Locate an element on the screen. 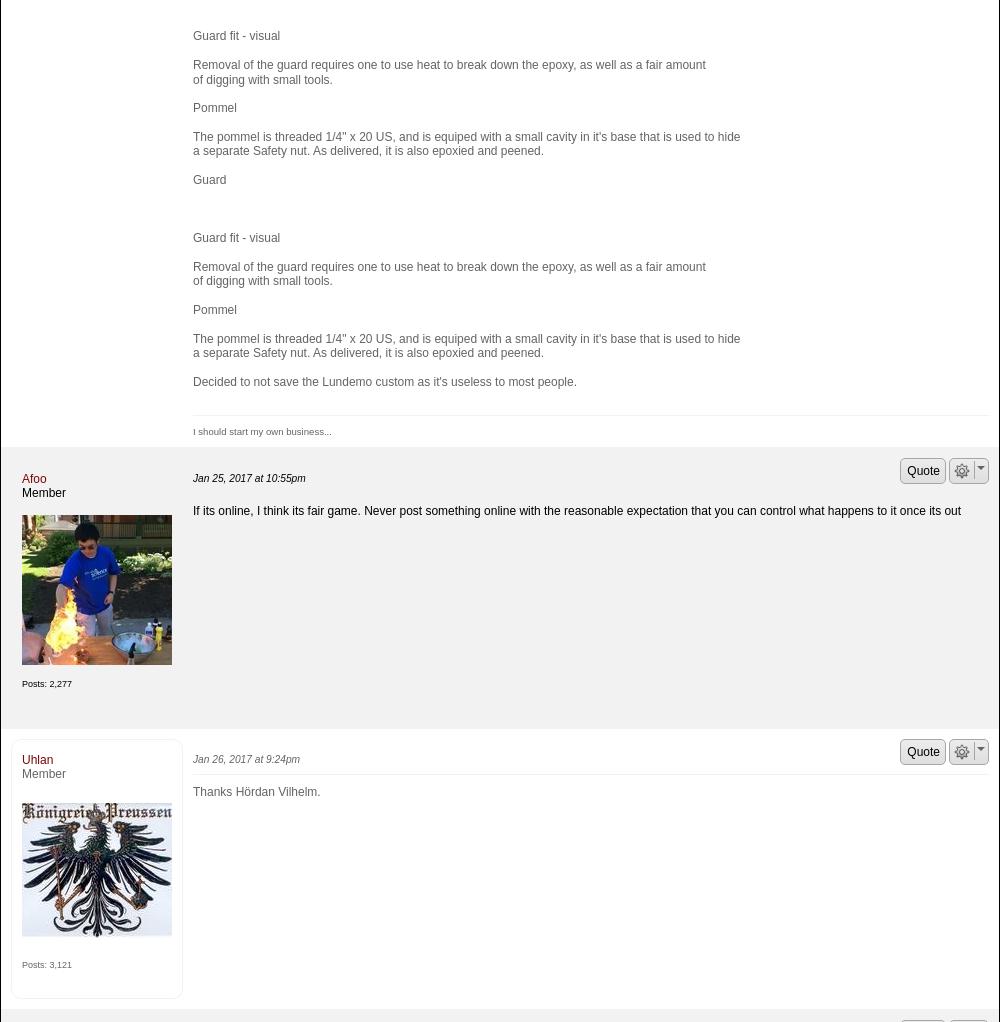 The image size is (1000, 1022). 'Decided to not save the Lundemo custom as it's useless to most people.' is located at coordinates (385, 380).